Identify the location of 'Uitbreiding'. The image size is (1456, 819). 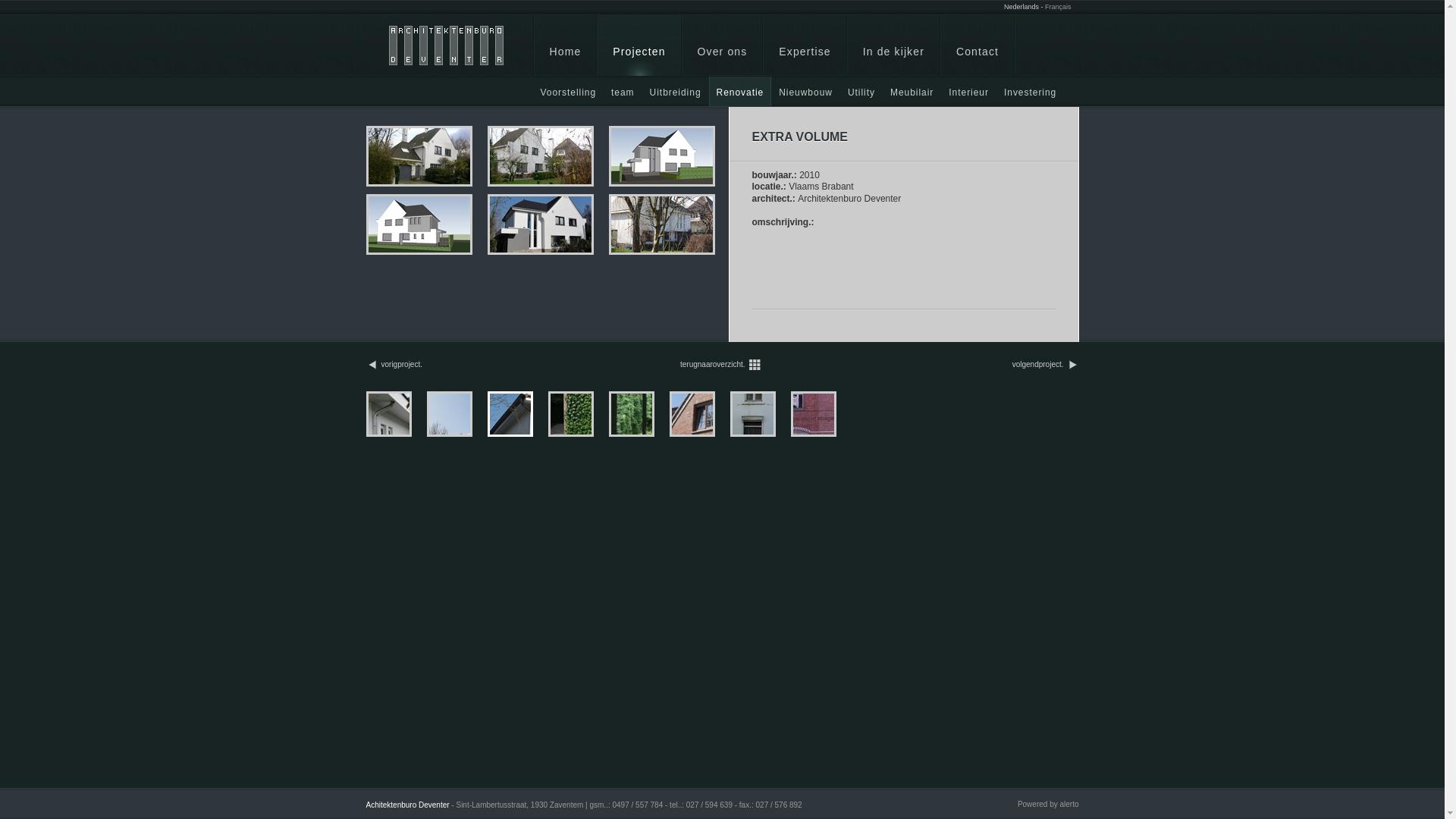
(675, 91).